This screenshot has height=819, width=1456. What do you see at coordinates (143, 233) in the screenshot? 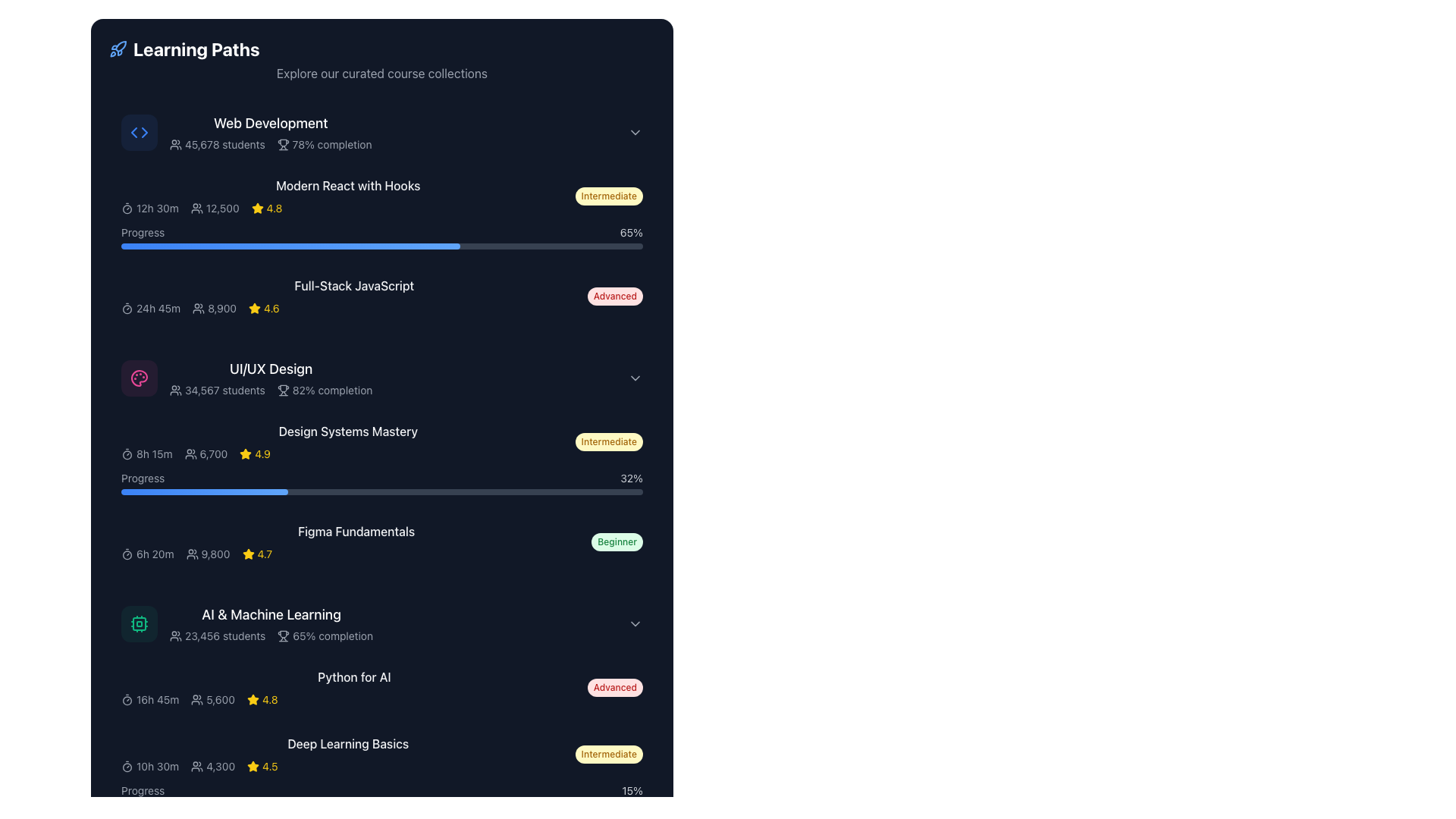
I see `the gray-colored text label reading 'Progress' located on a dark background` at bounding box center [143, 233].